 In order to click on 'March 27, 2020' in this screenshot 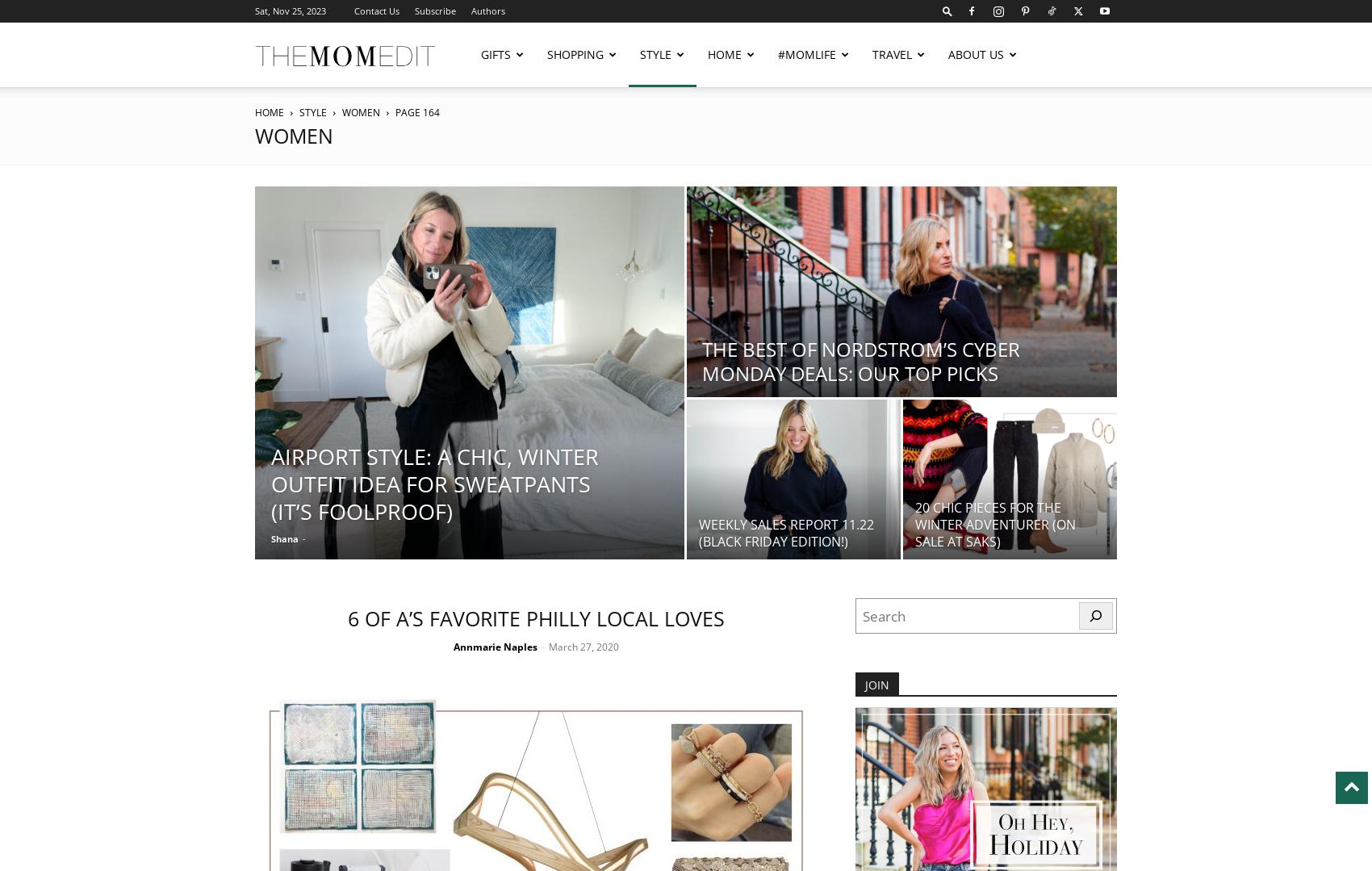, I will do `click(583, 646)`.